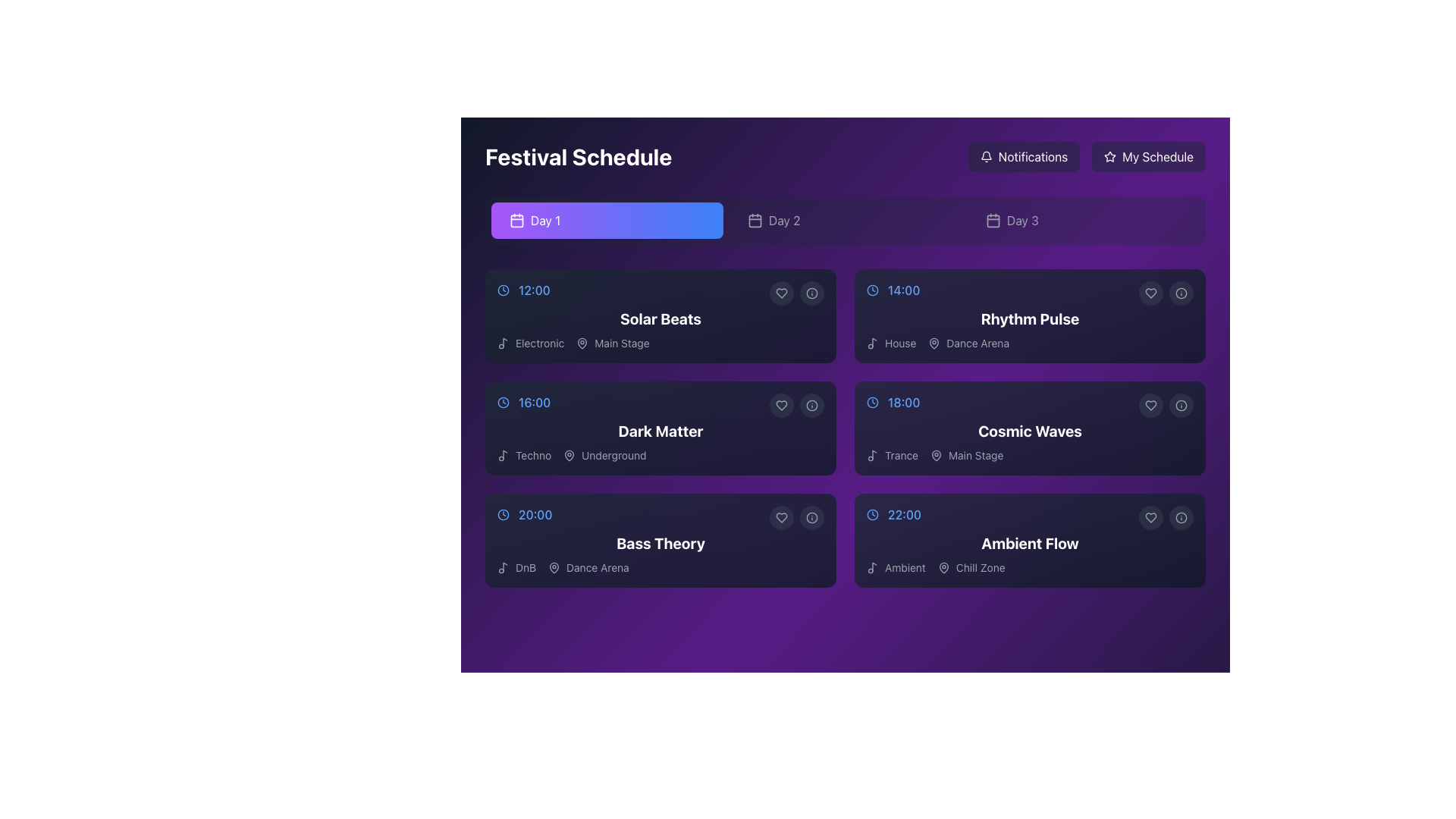 The height and width of the screenshot is (819, 1456). I want to click on the small music note icon located at the bottom left corner of the 'Bass Theory' event card, so click(503, 567).